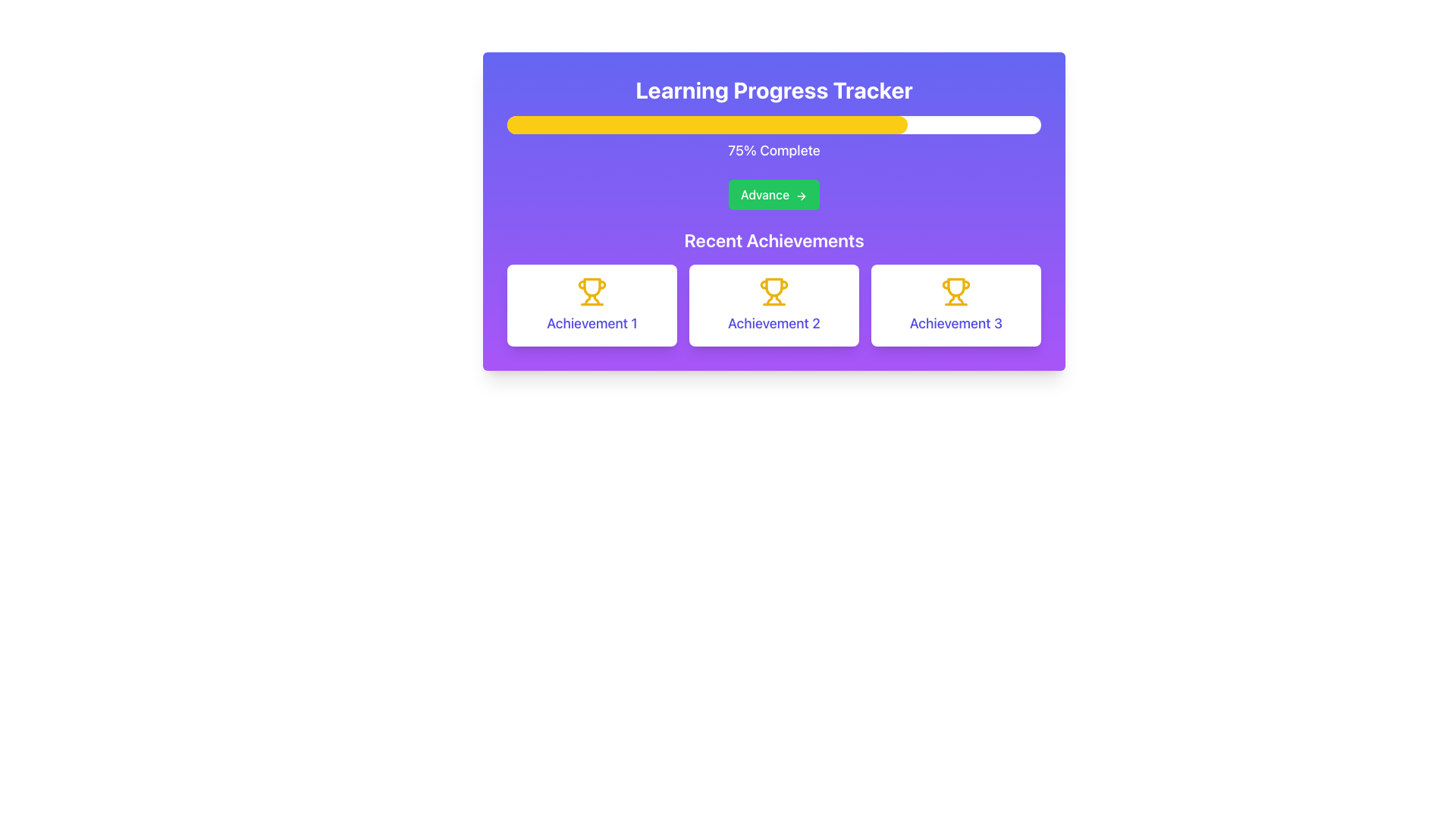 This screenshot has width=1456, height=819. Describe the element at coordinates (955, 323) in the screenshot. I see `text label for the third achievement displayed in the Recent Achievements section, located at the bottom-right of the section beneath the trophy icon` at that location.